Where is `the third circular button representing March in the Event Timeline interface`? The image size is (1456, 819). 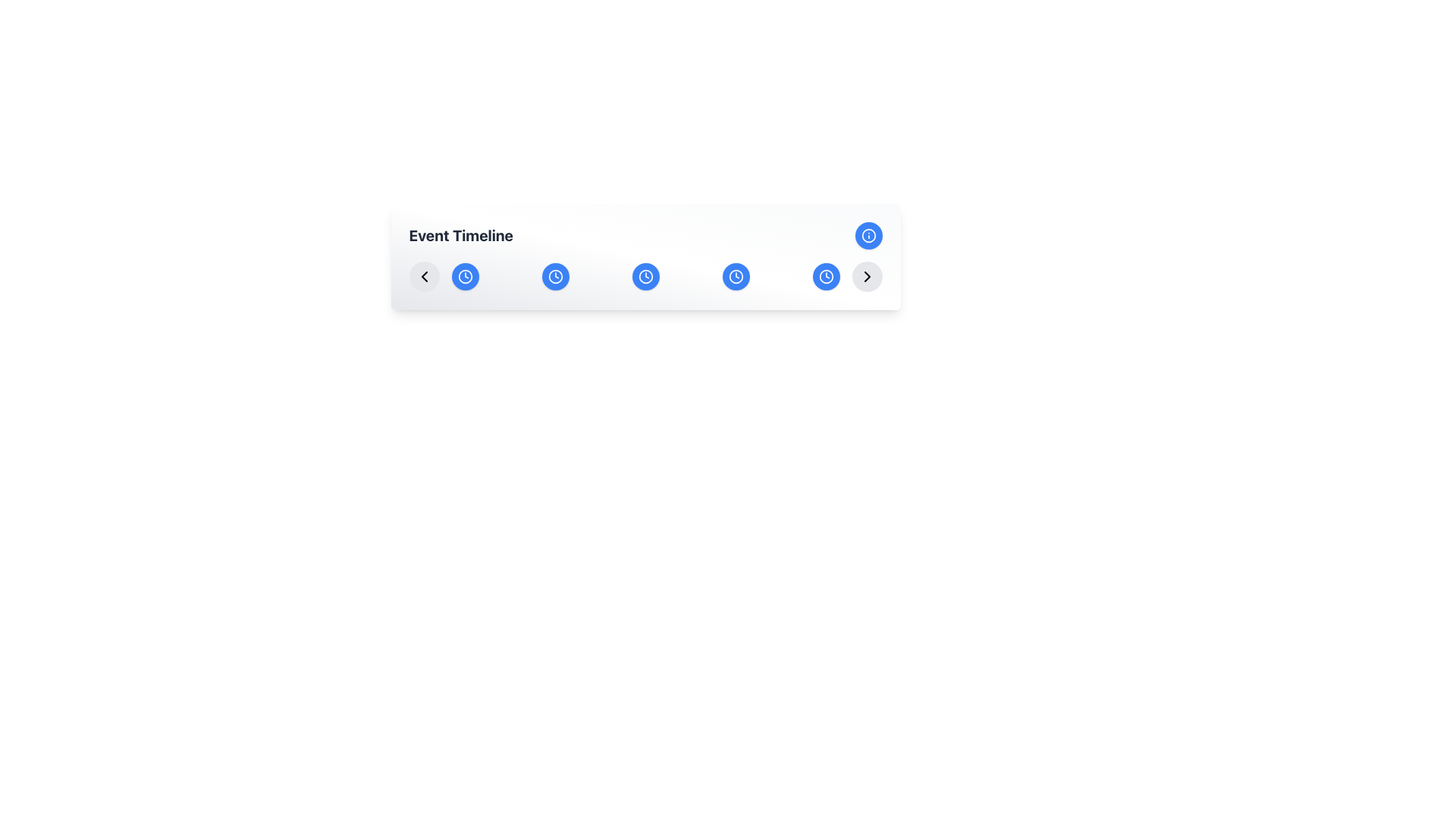 the third circular button representing March in the Event Timeline interface is located at coordinates (645, 277).